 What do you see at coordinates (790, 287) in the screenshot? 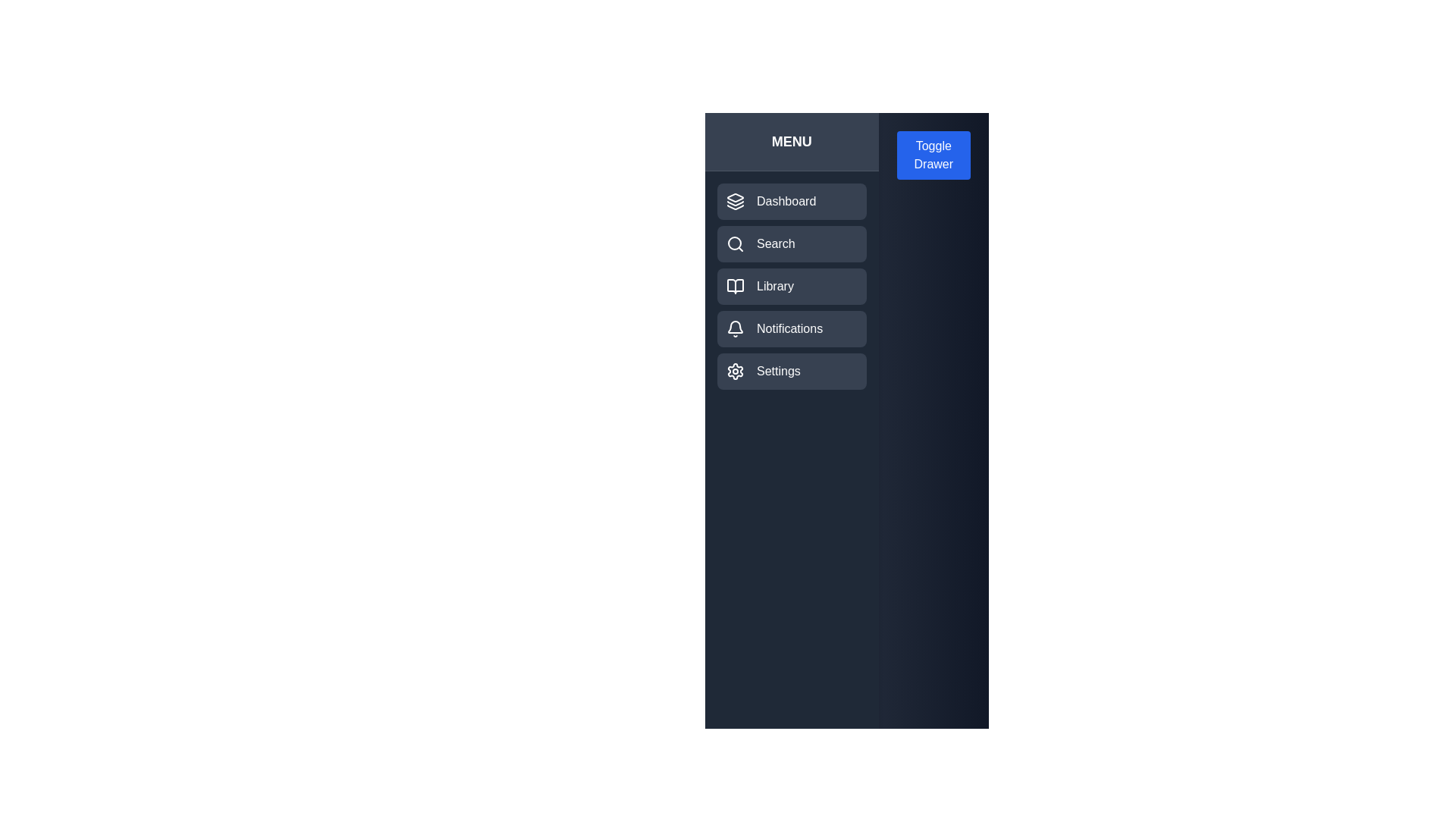
I see `the menu item labeled Library` at bounding box center [790, 287].